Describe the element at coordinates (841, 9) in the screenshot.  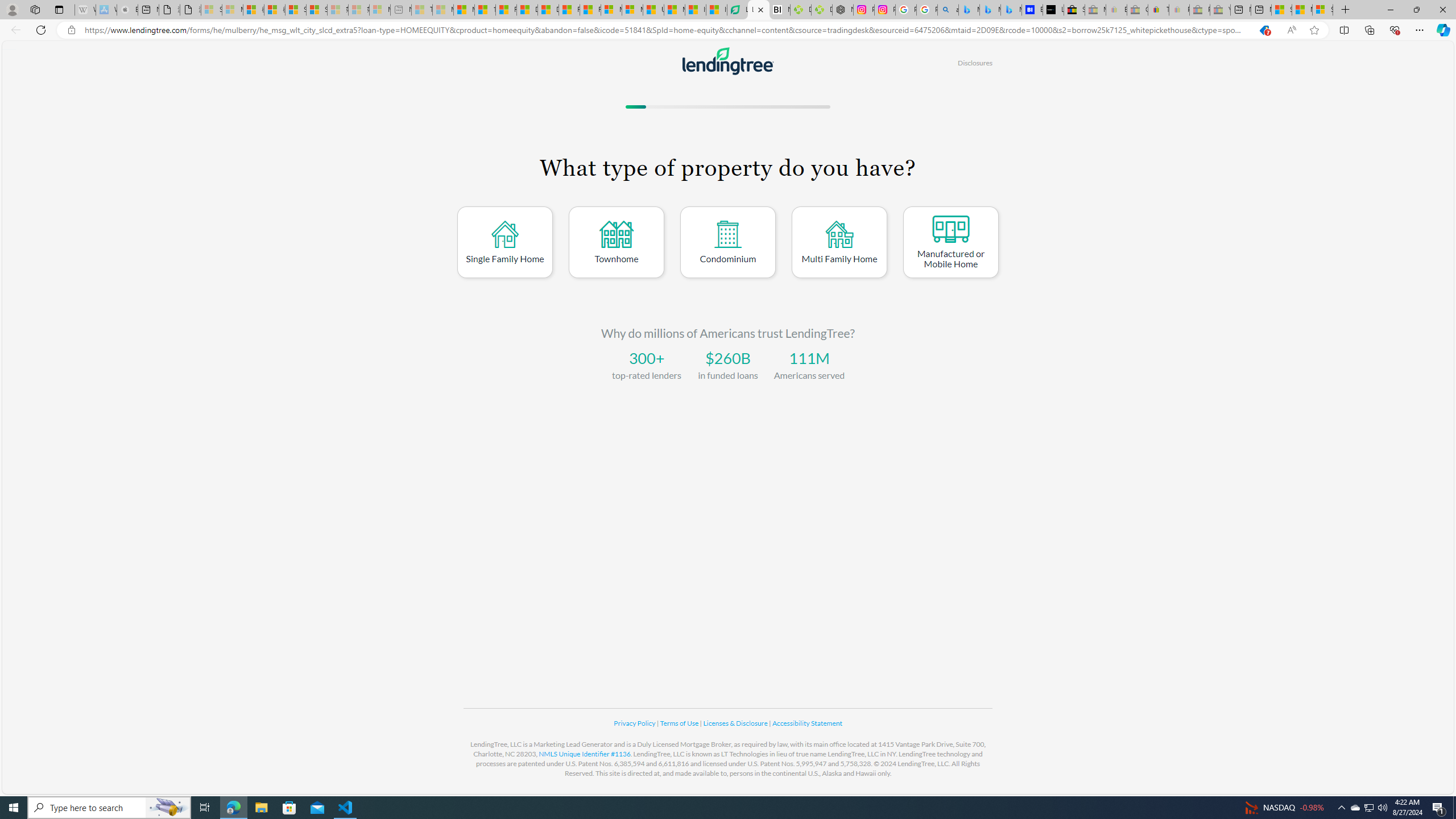
I see `'Nordace - Nordace Edin Collection'` at that location.